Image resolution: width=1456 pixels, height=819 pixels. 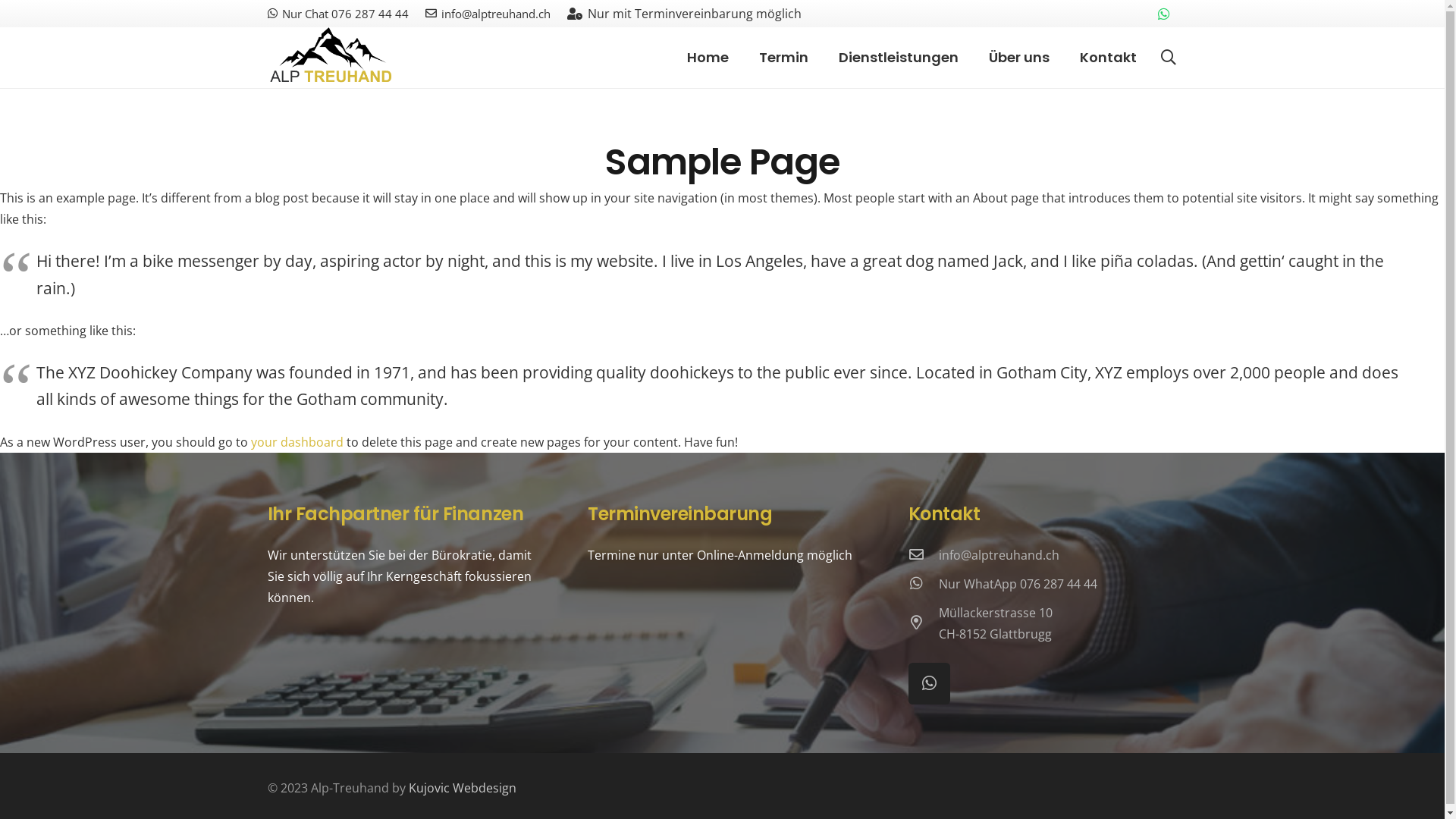 What do you see at coordinates (337, 14) in the screenshot?
I see `'Nur Chat 076 287 44 44'` at bounding box center [337, 14].